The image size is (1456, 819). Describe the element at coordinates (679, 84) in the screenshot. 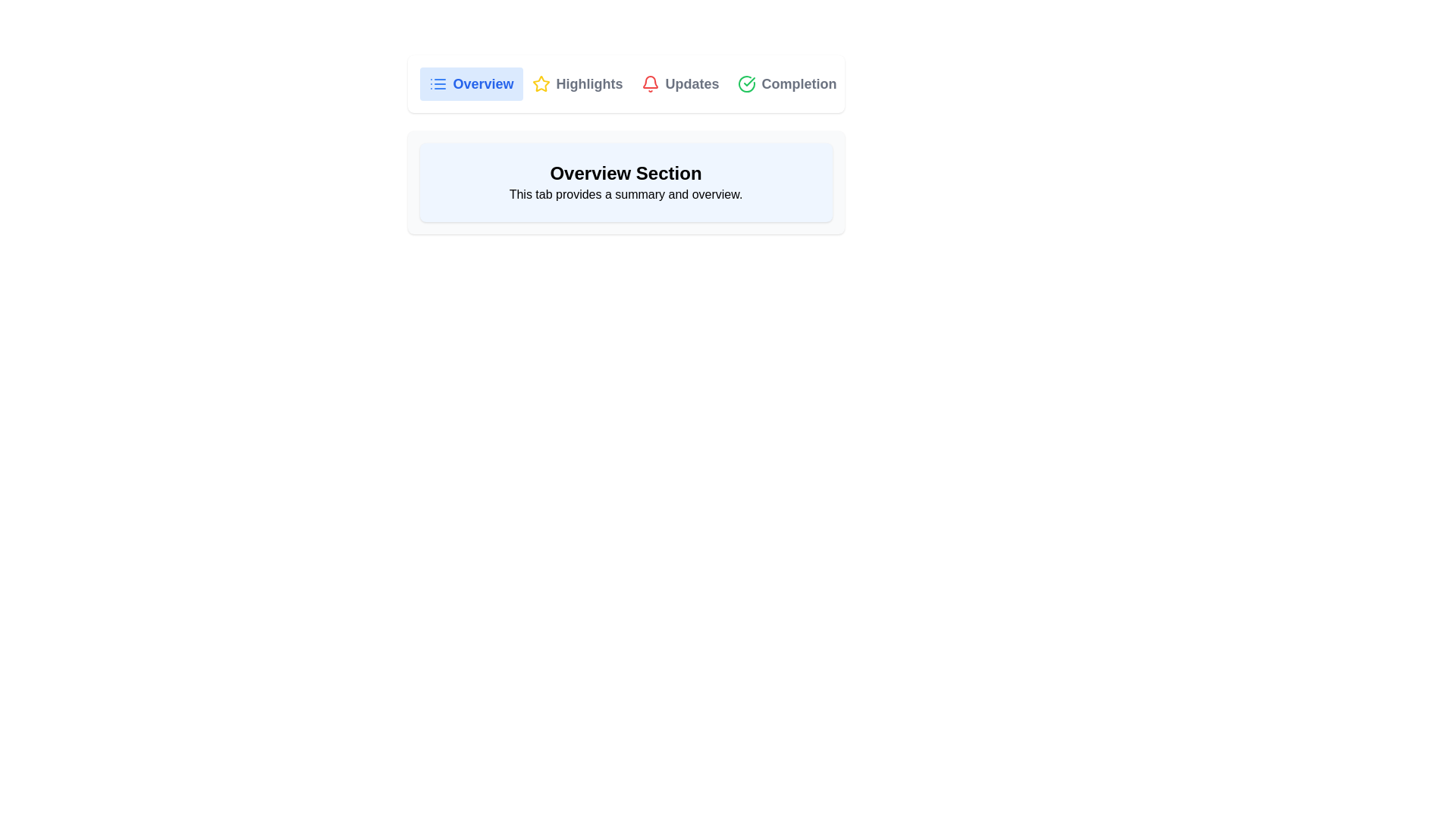

I see `the 'Updates' Interactive tab button located at the top-center of the interface` at that location.